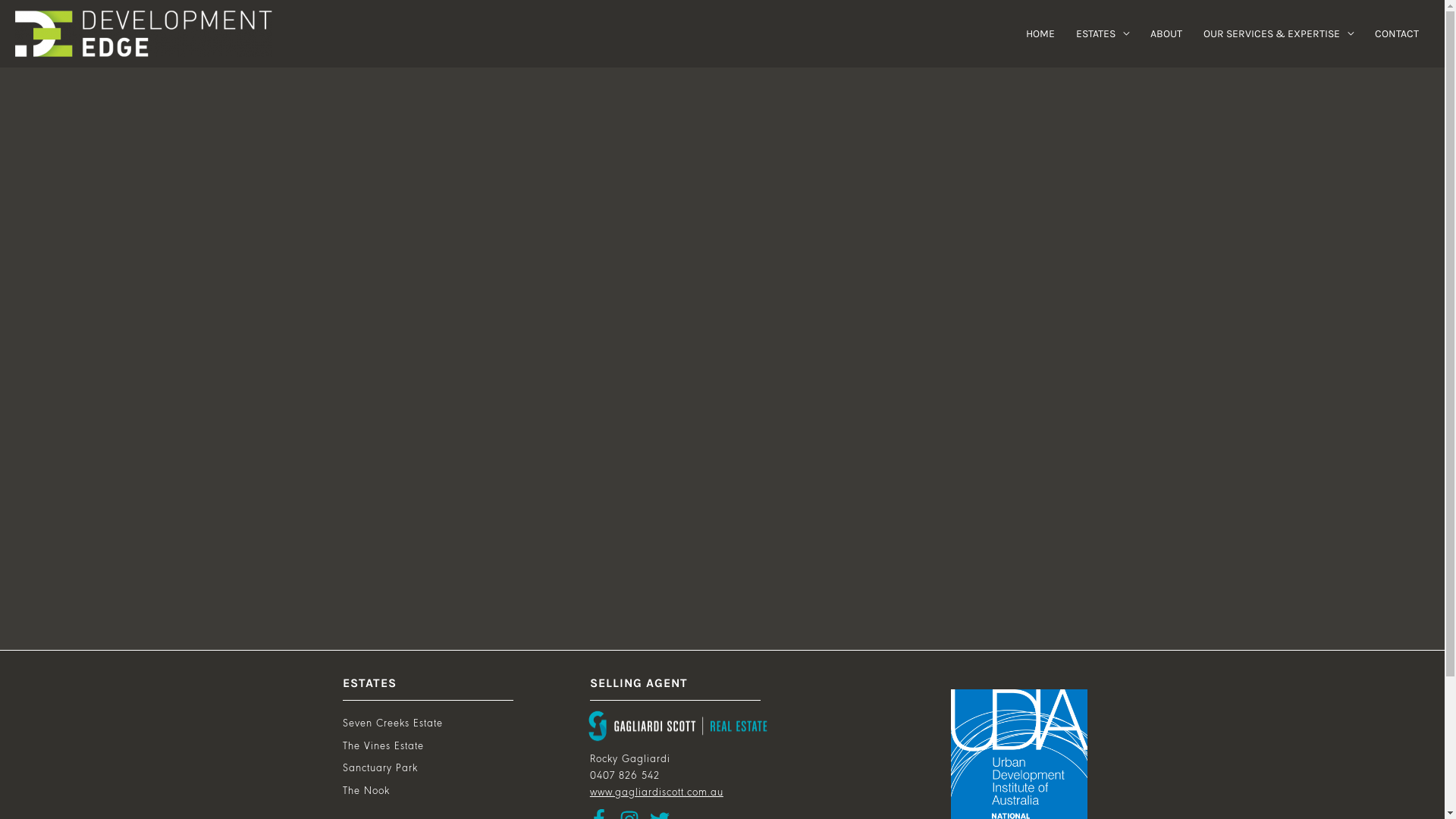  Describe the element at coordinates (1040, 33) in the screenshot. I see `'HOME'` at that location.